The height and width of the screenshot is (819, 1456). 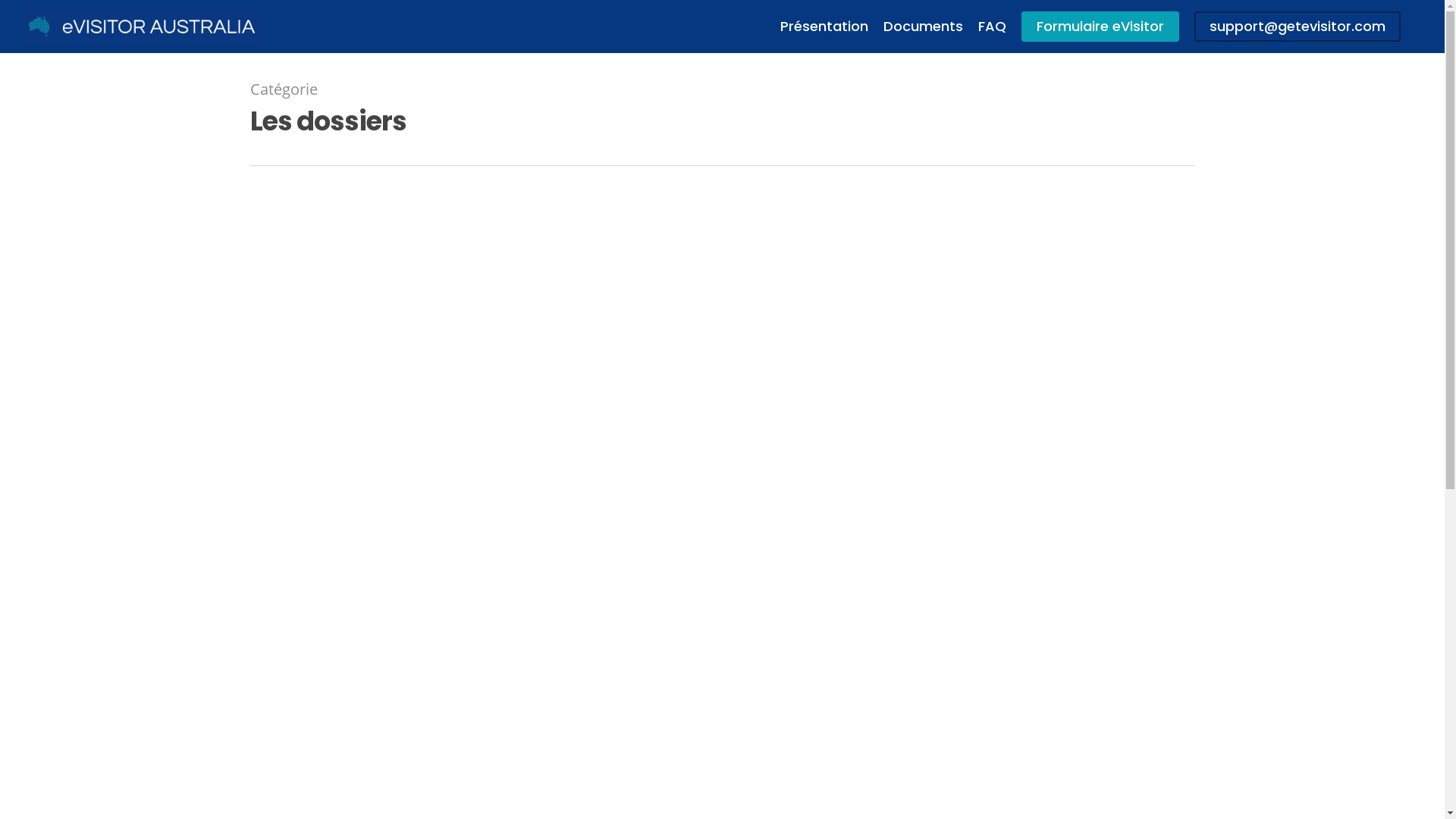 I want to click on 'support@getevisitor.com', so click(x=1193, y=26).